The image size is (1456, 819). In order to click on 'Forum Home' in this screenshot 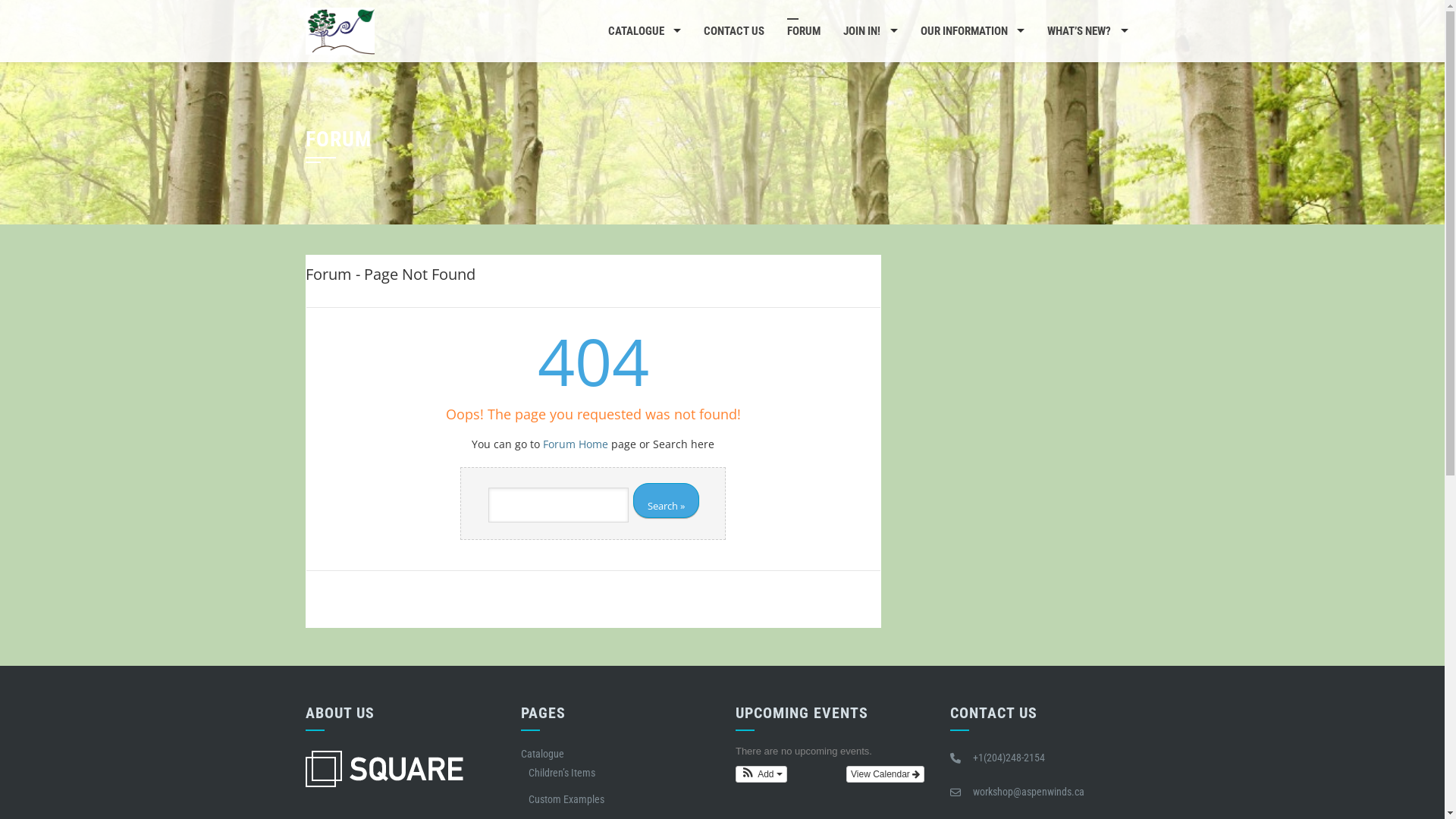, I will do `click(574, 444)`.